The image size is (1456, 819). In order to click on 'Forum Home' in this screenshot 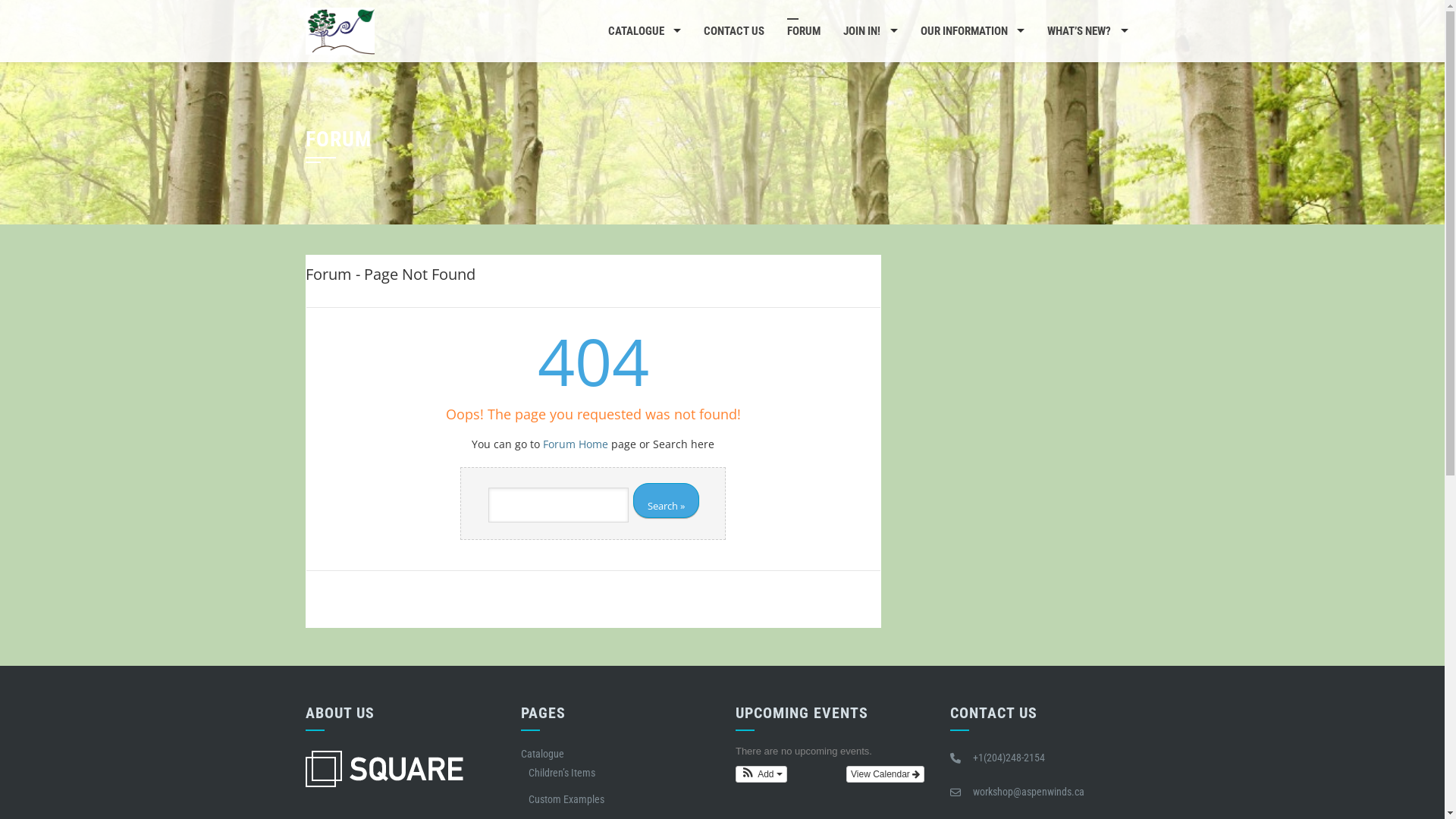, I will do `click(574, 444)`.